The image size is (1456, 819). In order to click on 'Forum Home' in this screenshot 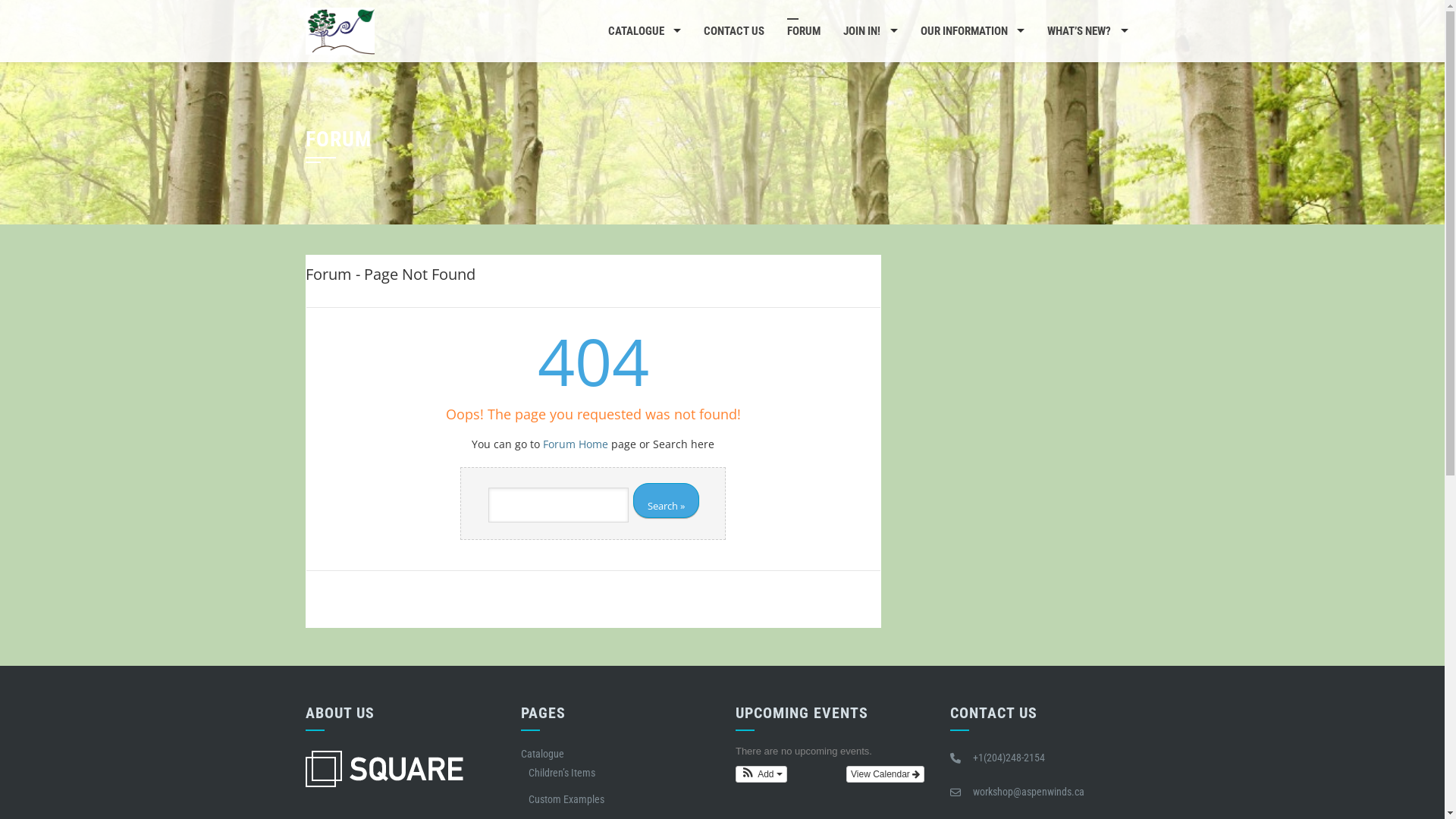, I will do `click(574, 444)`.